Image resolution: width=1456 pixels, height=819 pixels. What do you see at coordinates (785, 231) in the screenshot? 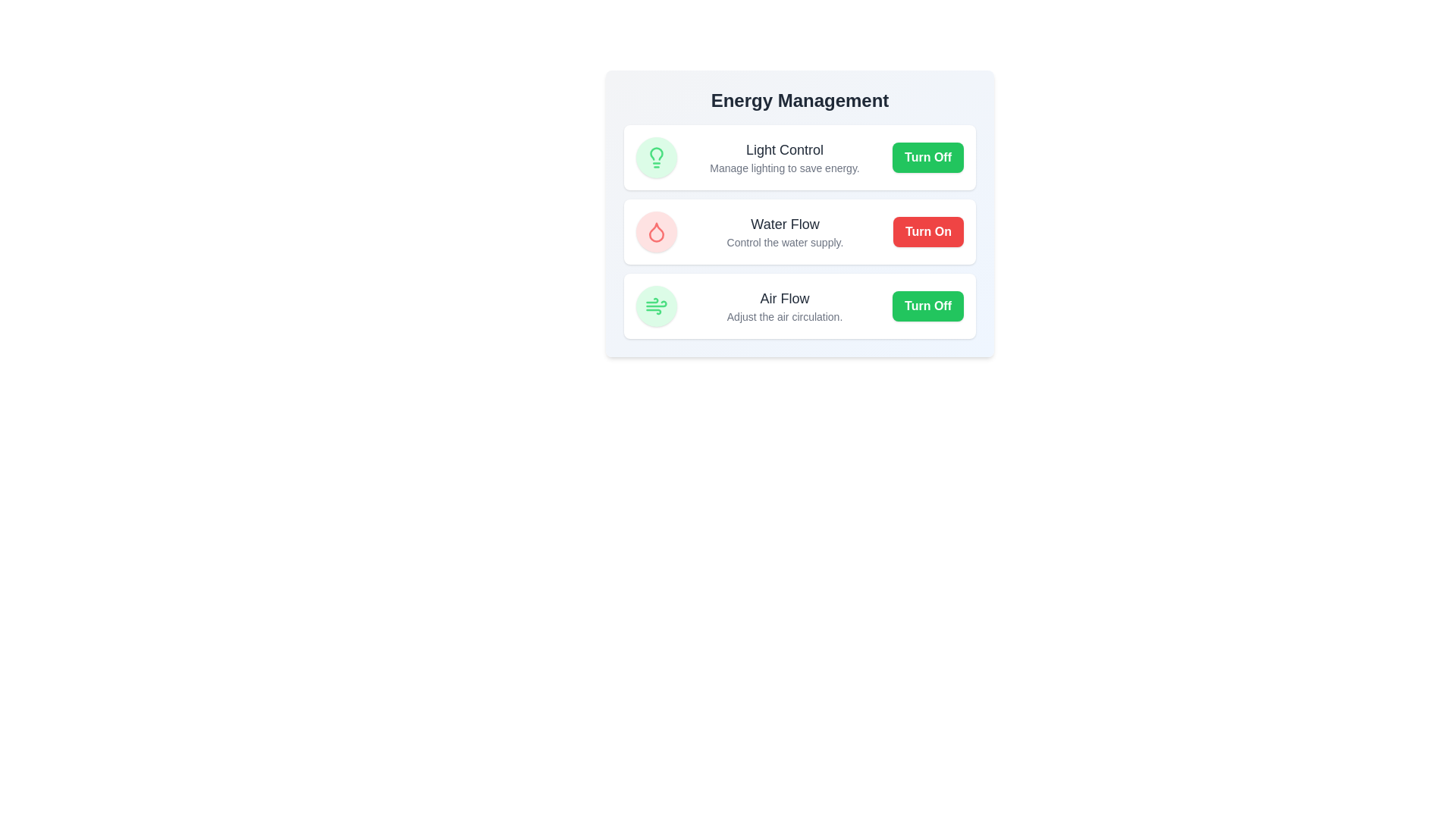
I see `the text element displaying 'Water Flow' with the subheading 'Control the water supply.' which is centrally aligned in the second section of the vertical list` at bounding box center [785, 231].